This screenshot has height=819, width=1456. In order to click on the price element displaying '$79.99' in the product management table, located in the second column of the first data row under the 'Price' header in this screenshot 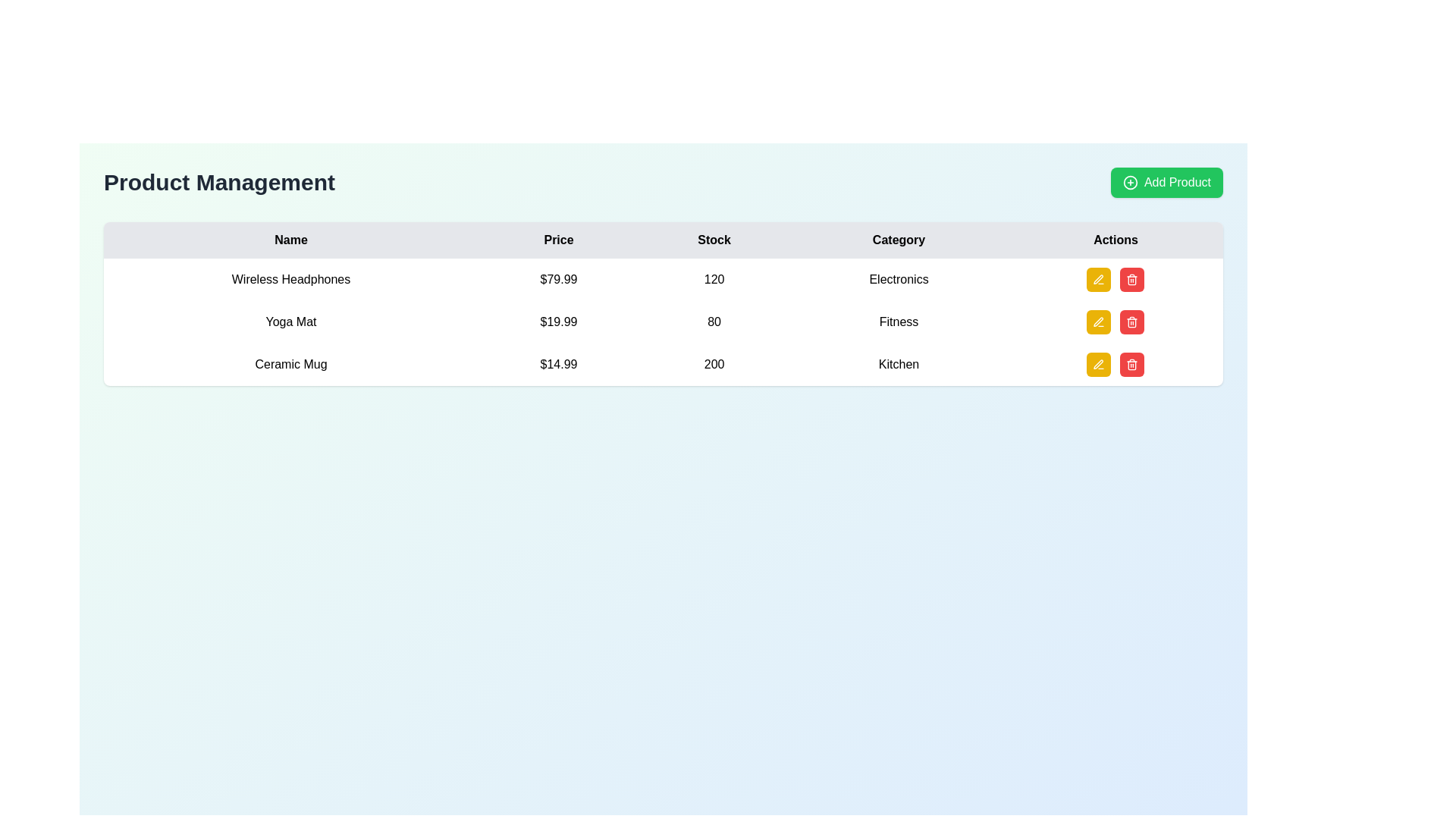, I will do `click(558, 280)`.